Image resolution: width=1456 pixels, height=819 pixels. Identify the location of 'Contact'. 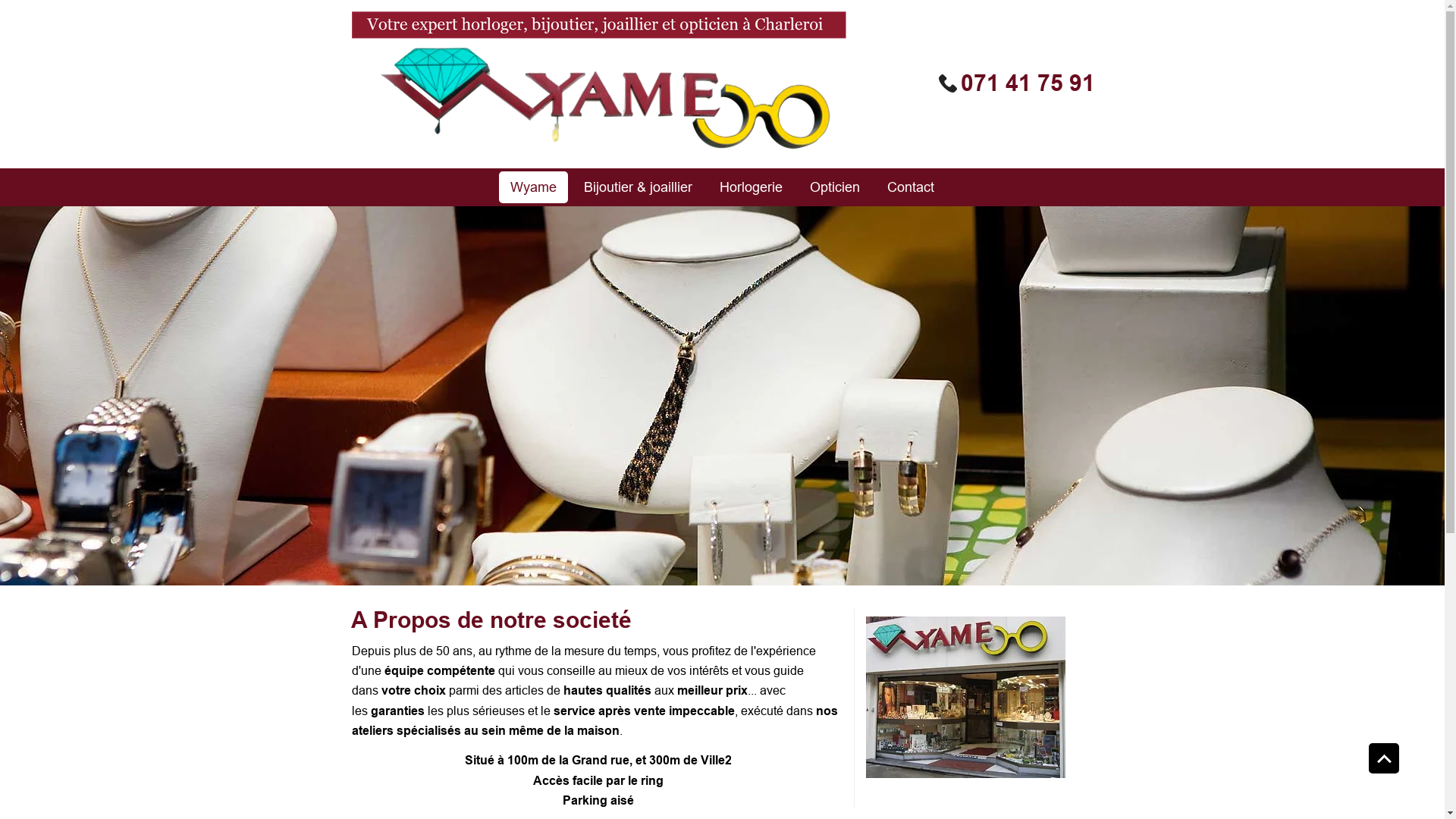
(910, 186).